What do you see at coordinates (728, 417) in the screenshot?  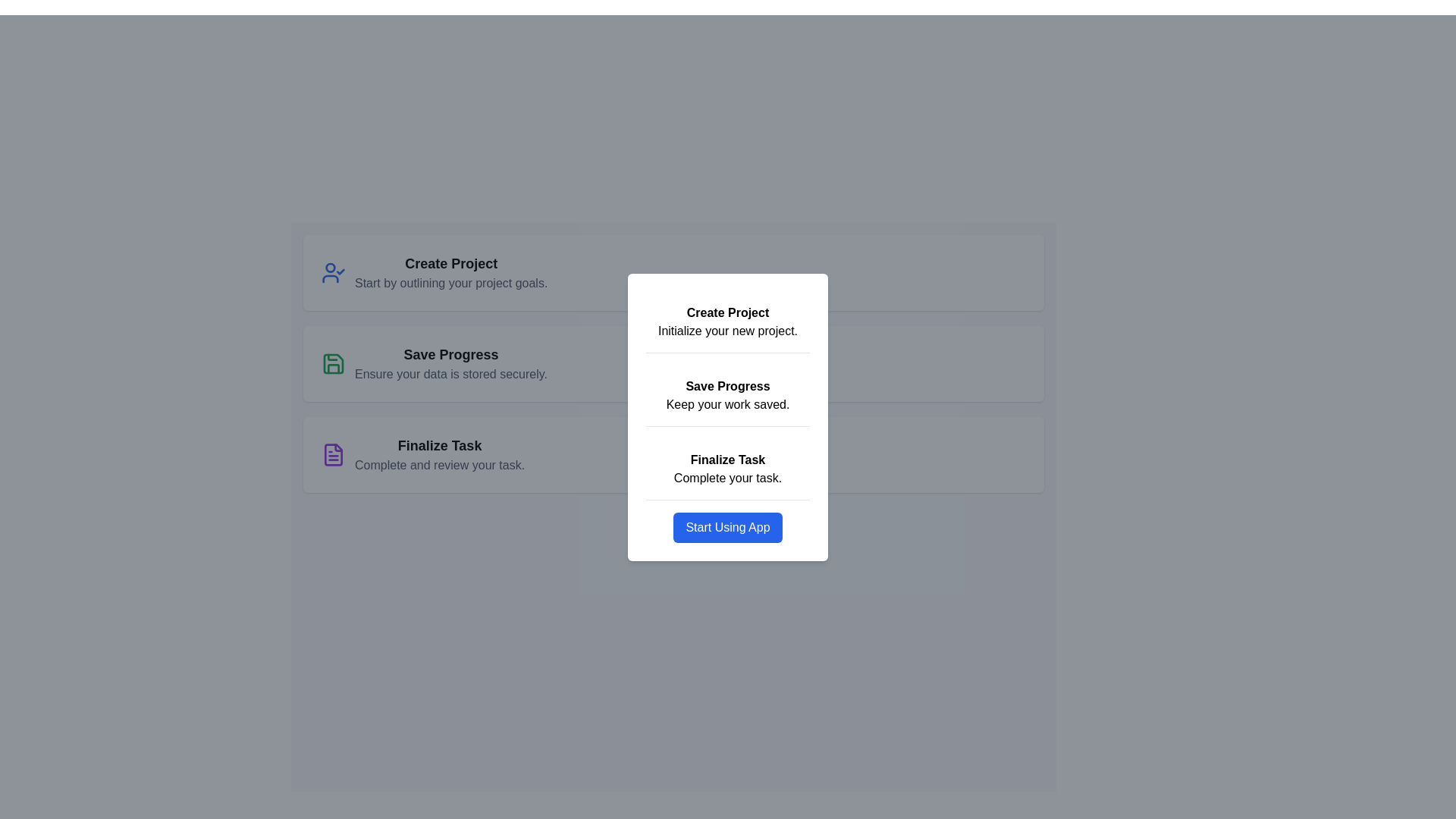 I see `the 'Create Project' modal dialog, which contains headings and subtexts about project initialization and task finalization, with a button labeled 'Start Using App'` at bounding box center [728, 417].